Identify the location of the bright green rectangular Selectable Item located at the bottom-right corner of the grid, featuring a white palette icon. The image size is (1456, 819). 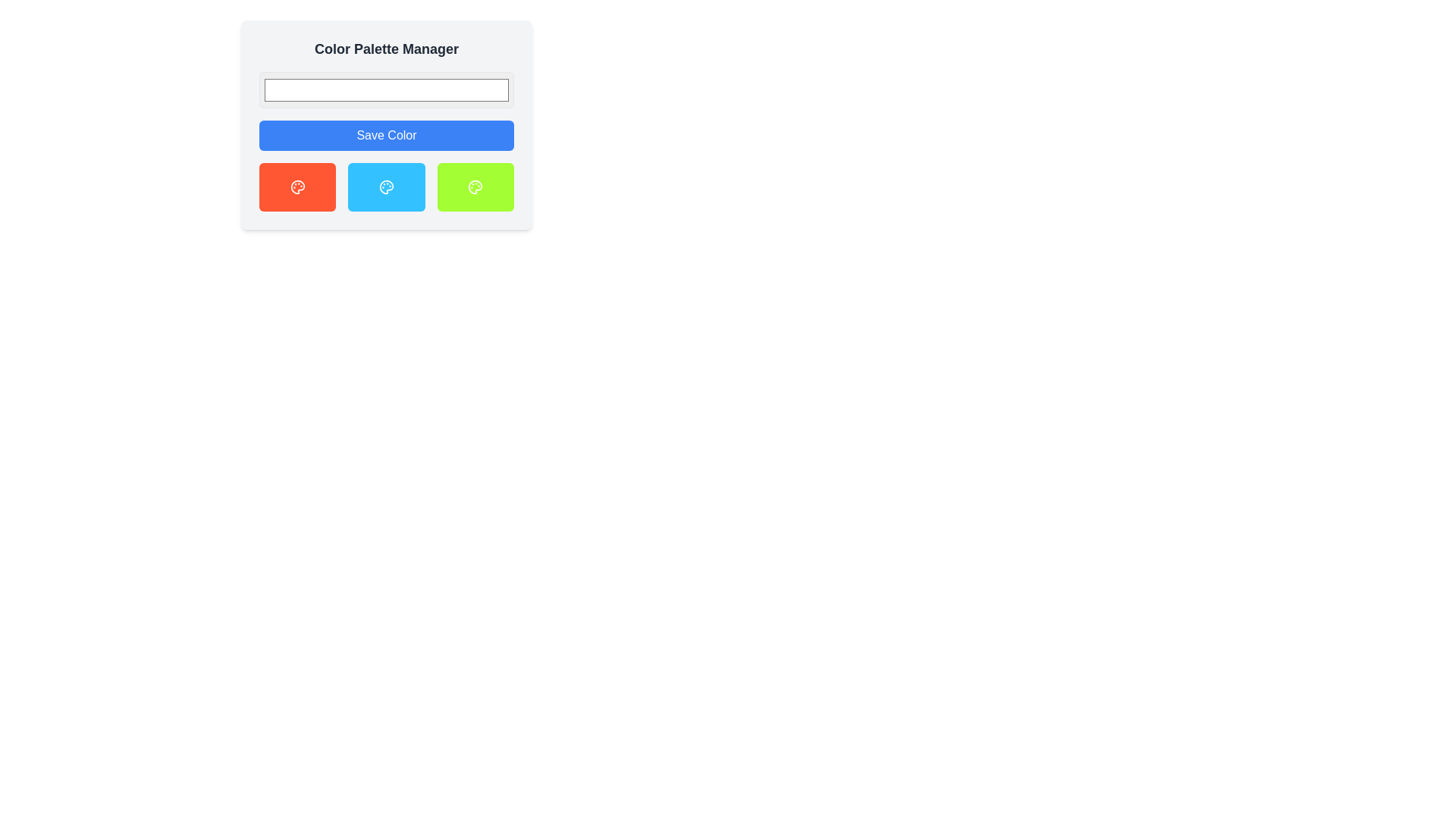
(475, 186).